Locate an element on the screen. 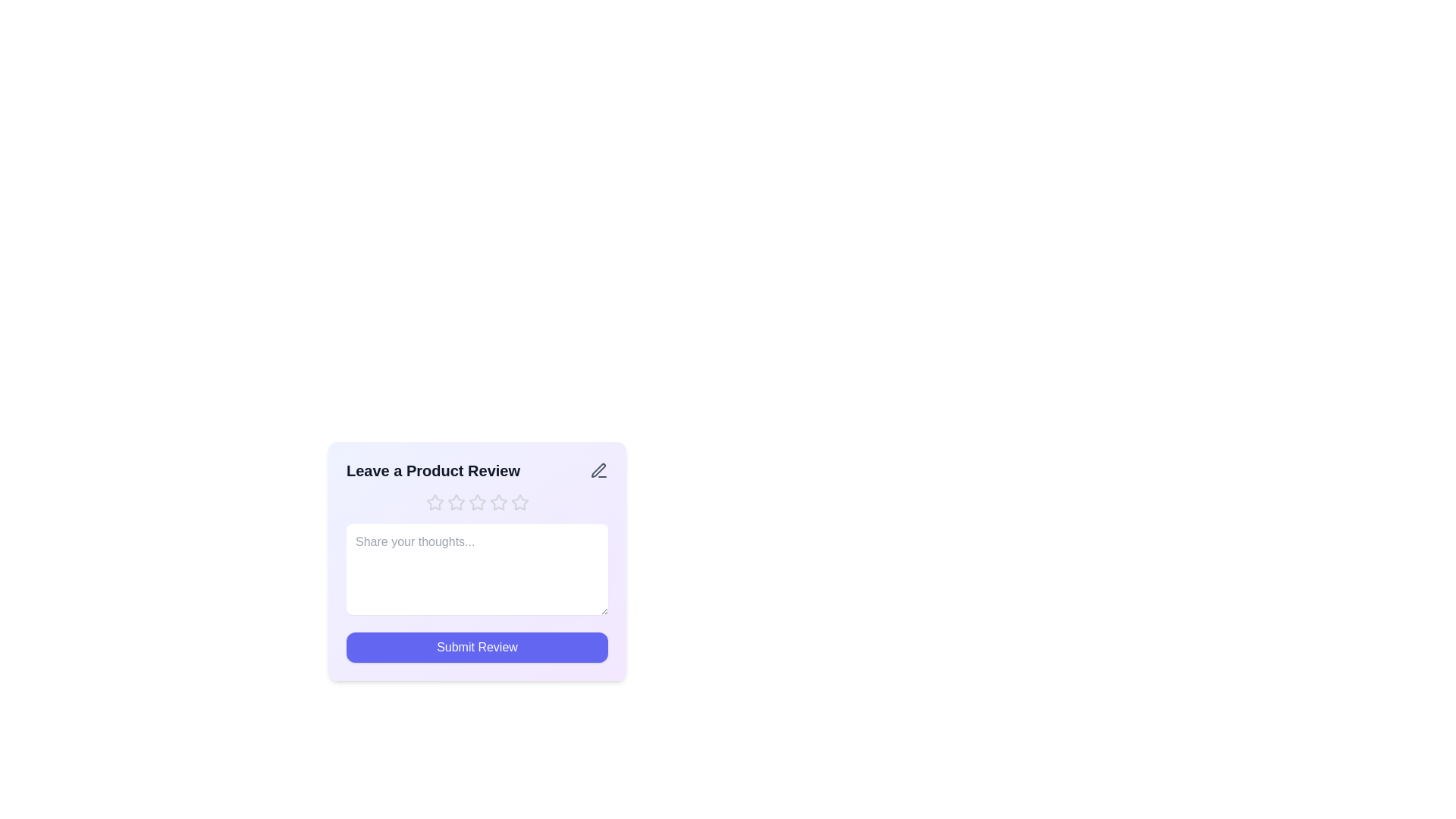 The width and height of the screenshot is (1456, 819). the star corresponding to the rating 1 to set the rating is located at coordinates (434, 503).